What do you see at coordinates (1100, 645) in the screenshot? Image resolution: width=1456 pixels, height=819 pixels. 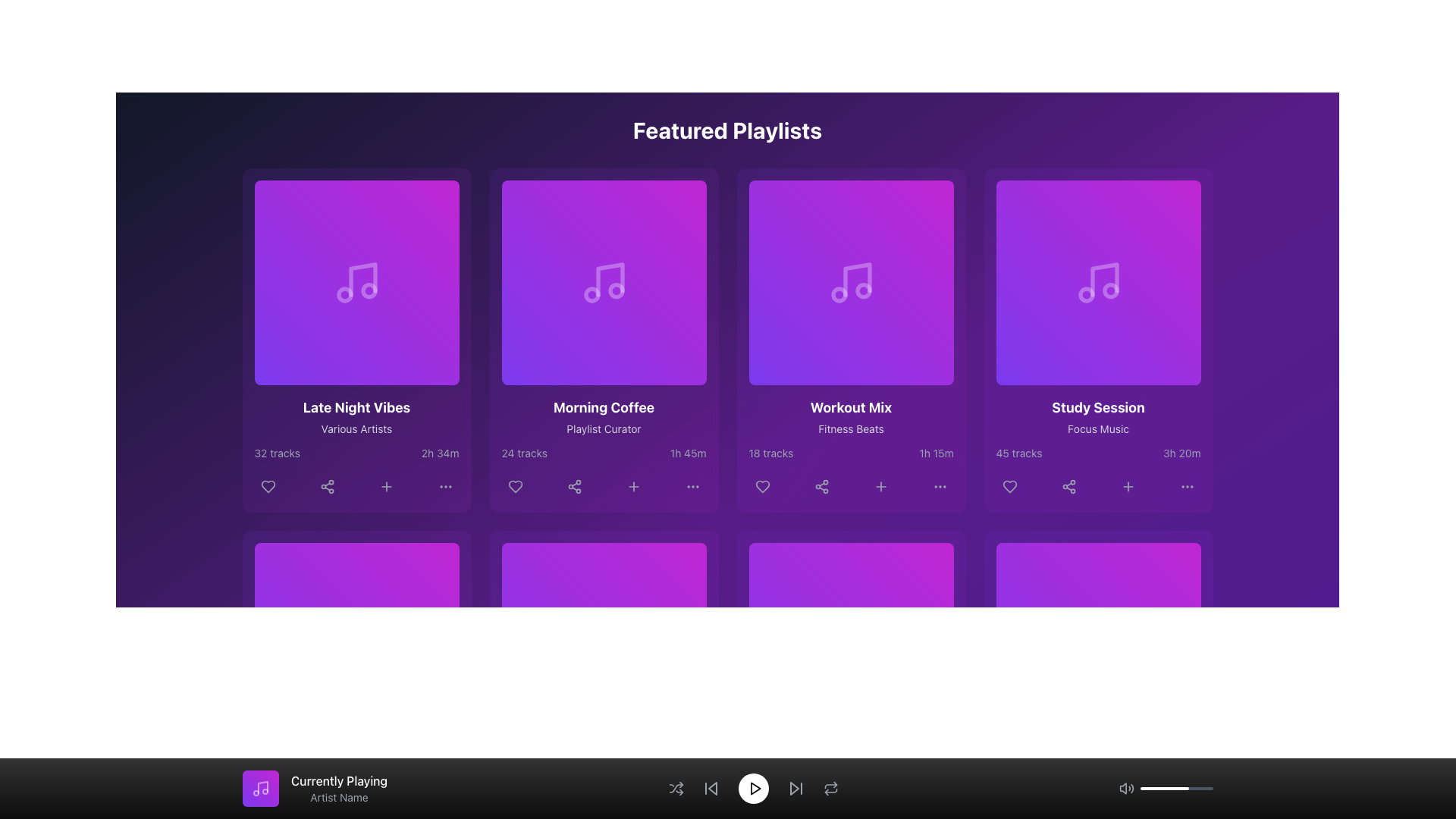 I see `the triangular play button icon located in the bottom navigation bar, which is part of the media control section of the interface` at bounding box center [1100, 645].